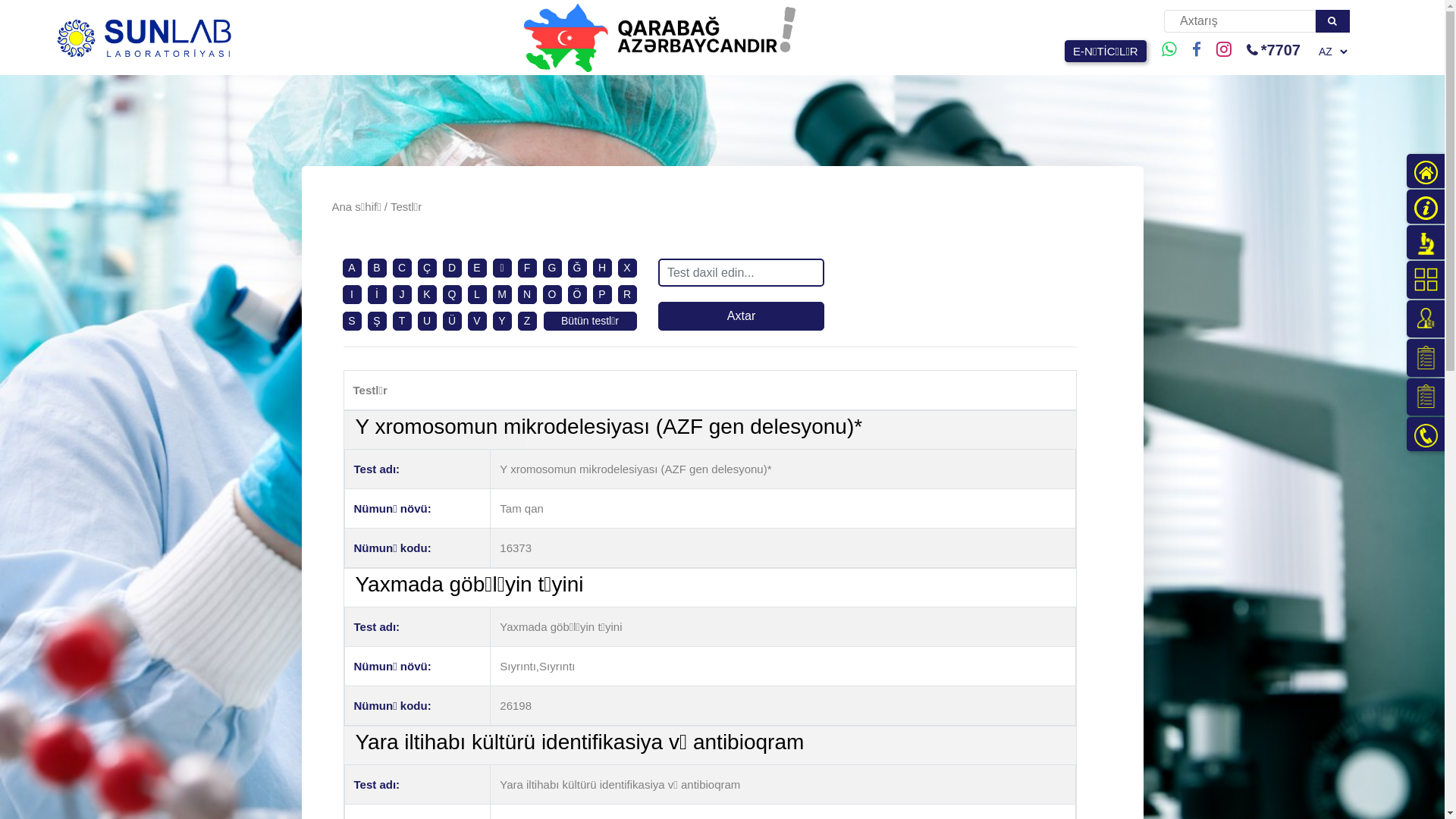 The image size is (1456, 819). I want to click on 'Axtar', so click(741, 315).